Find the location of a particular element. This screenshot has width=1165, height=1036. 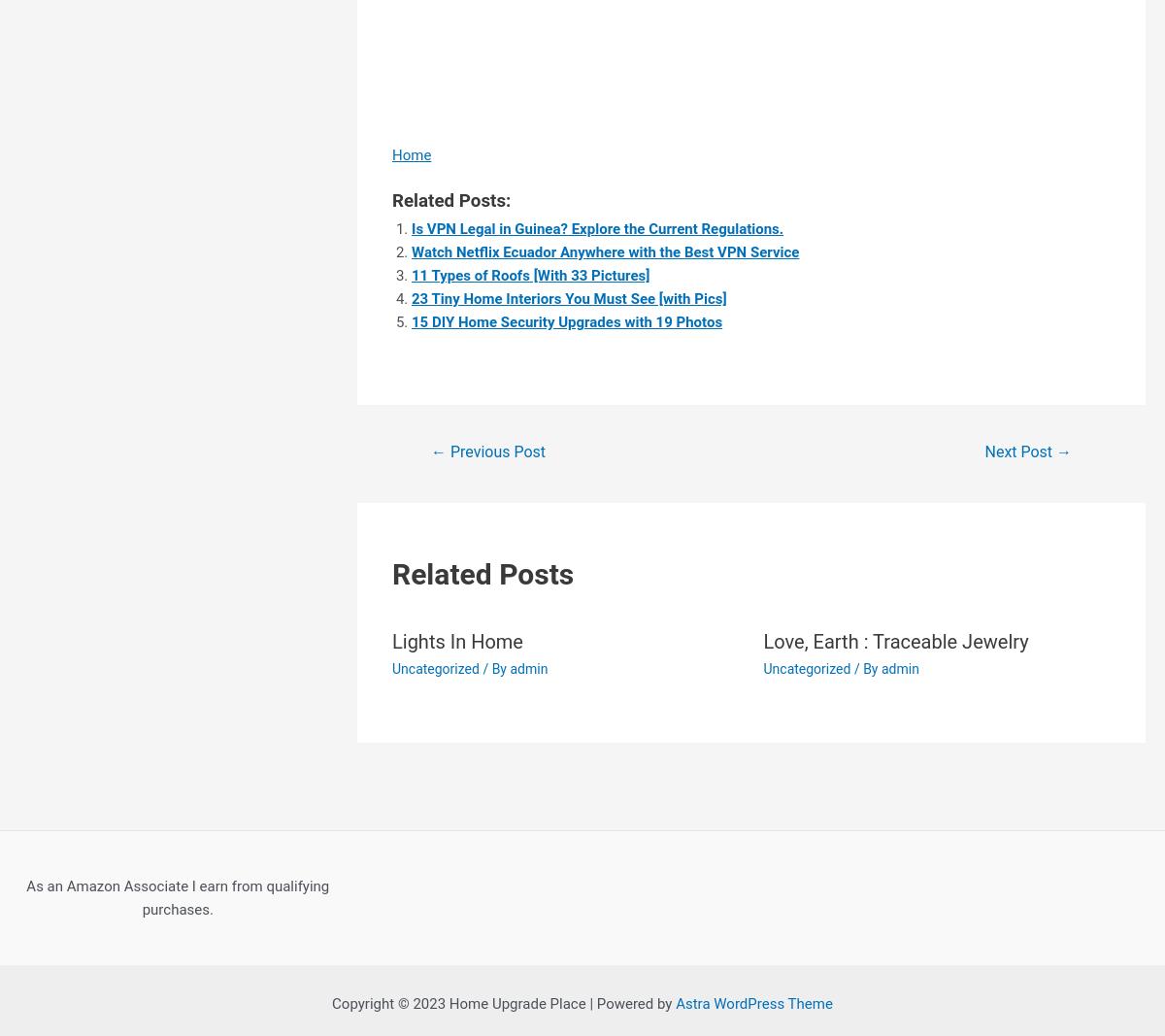

'15 DIY Home Security Upgrades with 19 Photos' is located at coordinates (411, 320).